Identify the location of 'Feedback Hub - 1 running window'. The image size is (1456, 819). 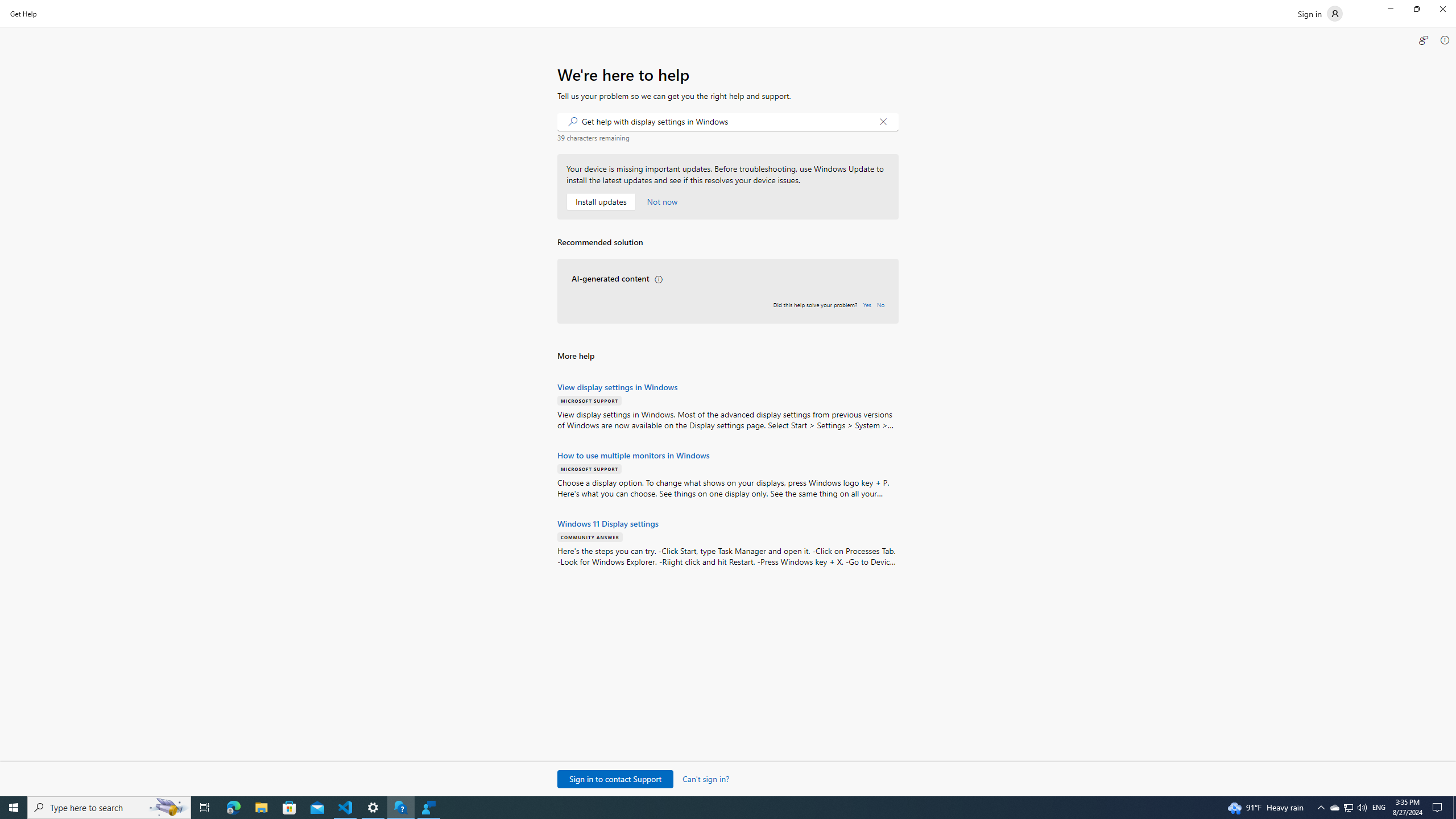
(428, 806).